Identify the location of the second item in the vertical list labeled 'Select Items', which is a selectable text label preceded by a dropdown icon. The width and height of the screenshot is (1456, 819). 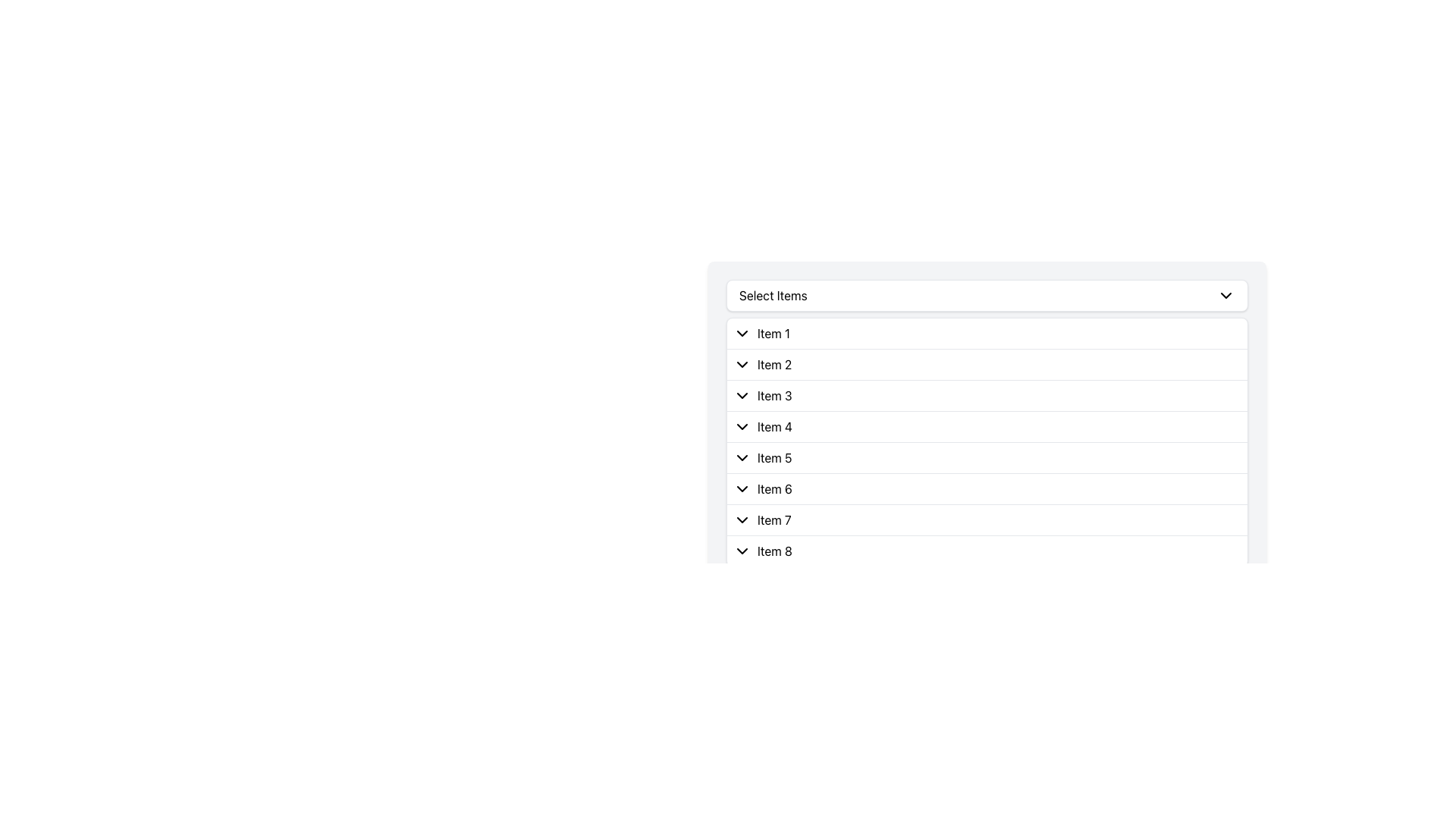
(774, 365).